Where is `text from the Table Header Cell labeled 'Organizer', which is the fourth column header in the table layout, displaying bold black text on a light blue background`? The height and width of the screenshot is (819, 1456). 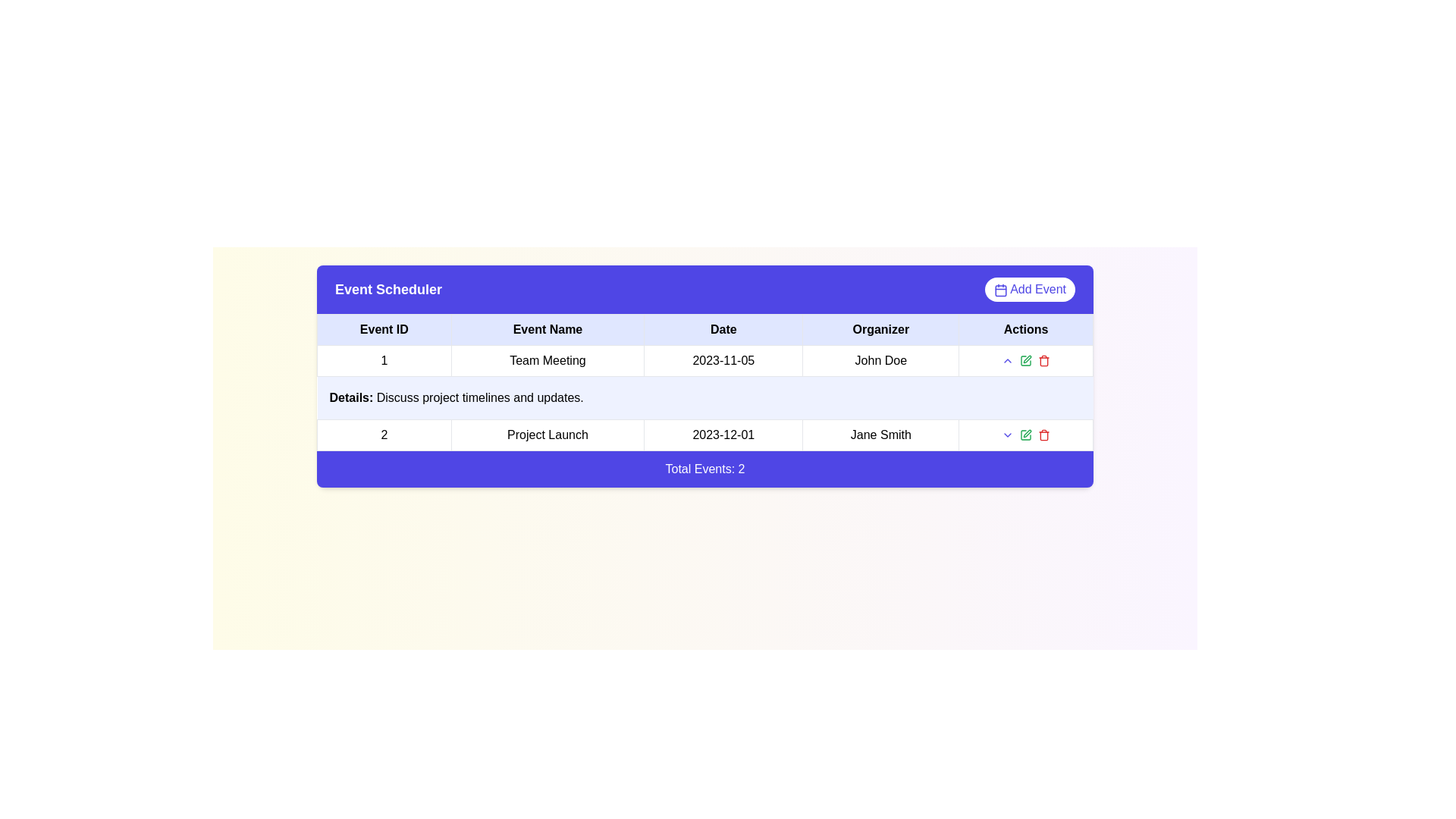 text from the Table Header Cell labeled 'Organizer', which is the fourth column header in the table layout, displaying bold black text on a light blue background is located at coordinates (880, 329).